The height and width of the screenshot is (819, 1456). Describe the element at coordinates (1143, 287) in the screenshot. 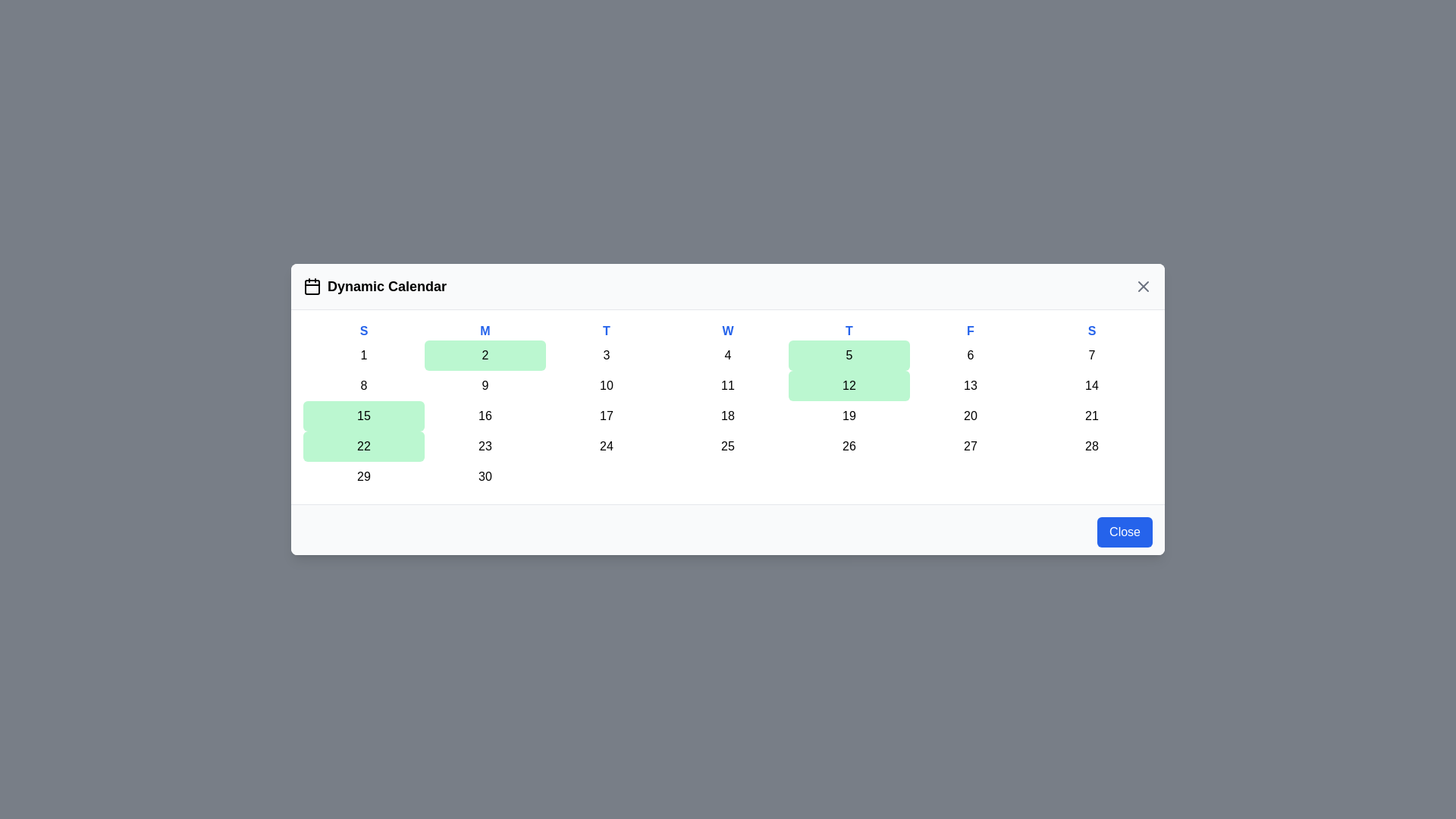

I see `the 'X' button to close the calendar` at that location.